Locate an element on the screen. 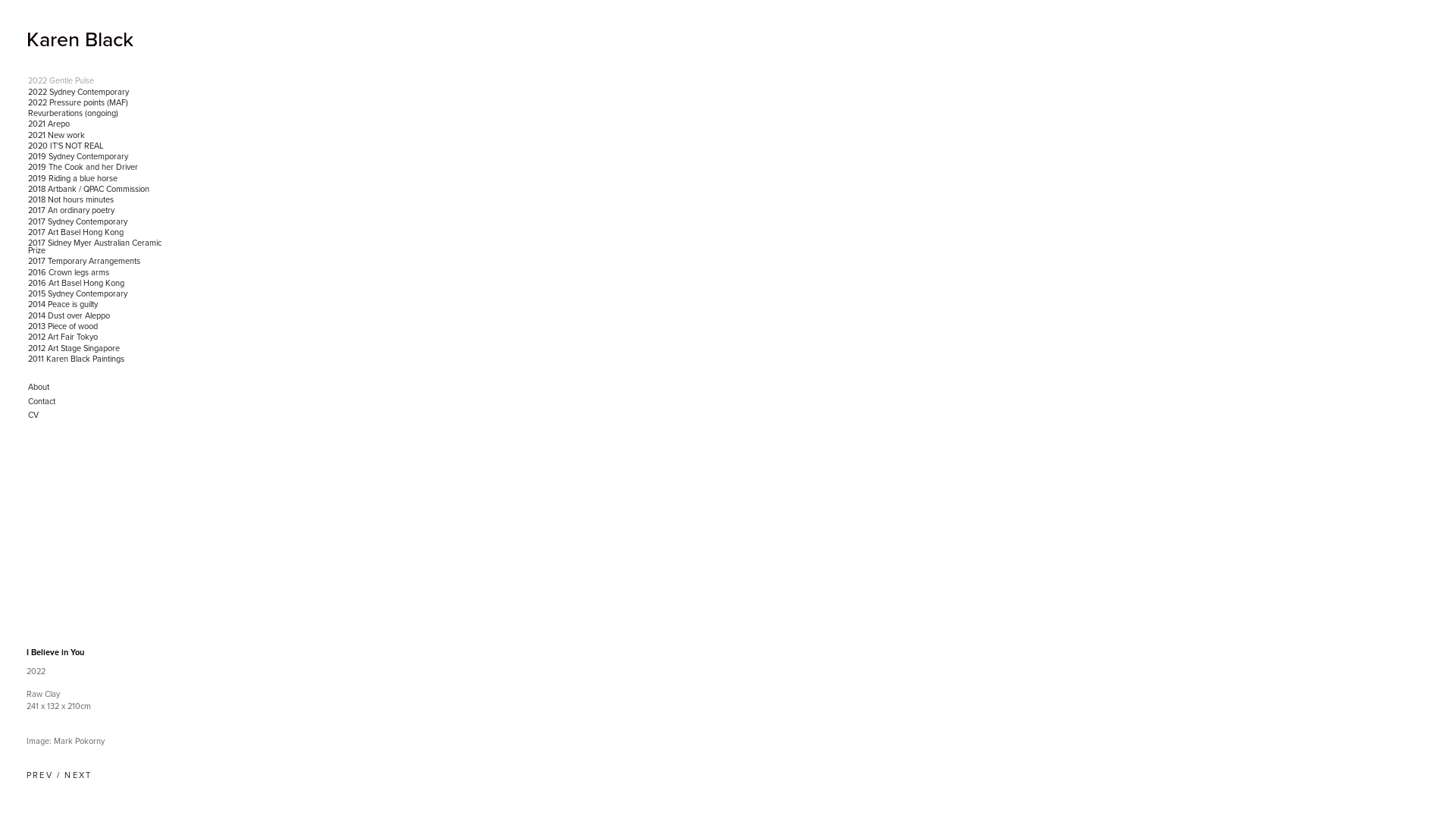 This screenshot has width=1456, height=819. 'Karen Black' is located at coordinates (79, 38).